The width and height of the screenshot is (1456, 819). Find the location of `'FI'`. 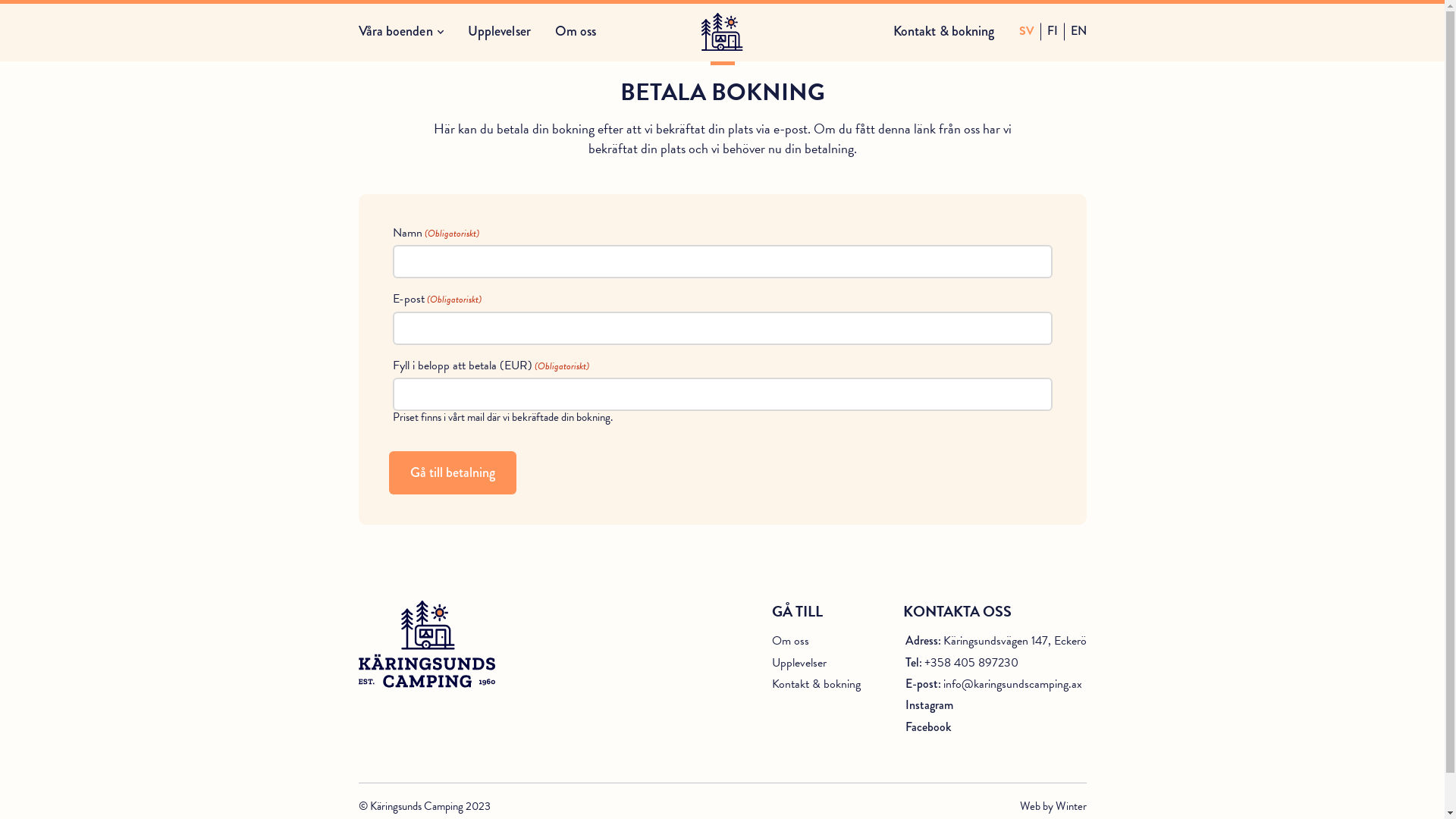

'FI' is located at coordinates (1051, 31).